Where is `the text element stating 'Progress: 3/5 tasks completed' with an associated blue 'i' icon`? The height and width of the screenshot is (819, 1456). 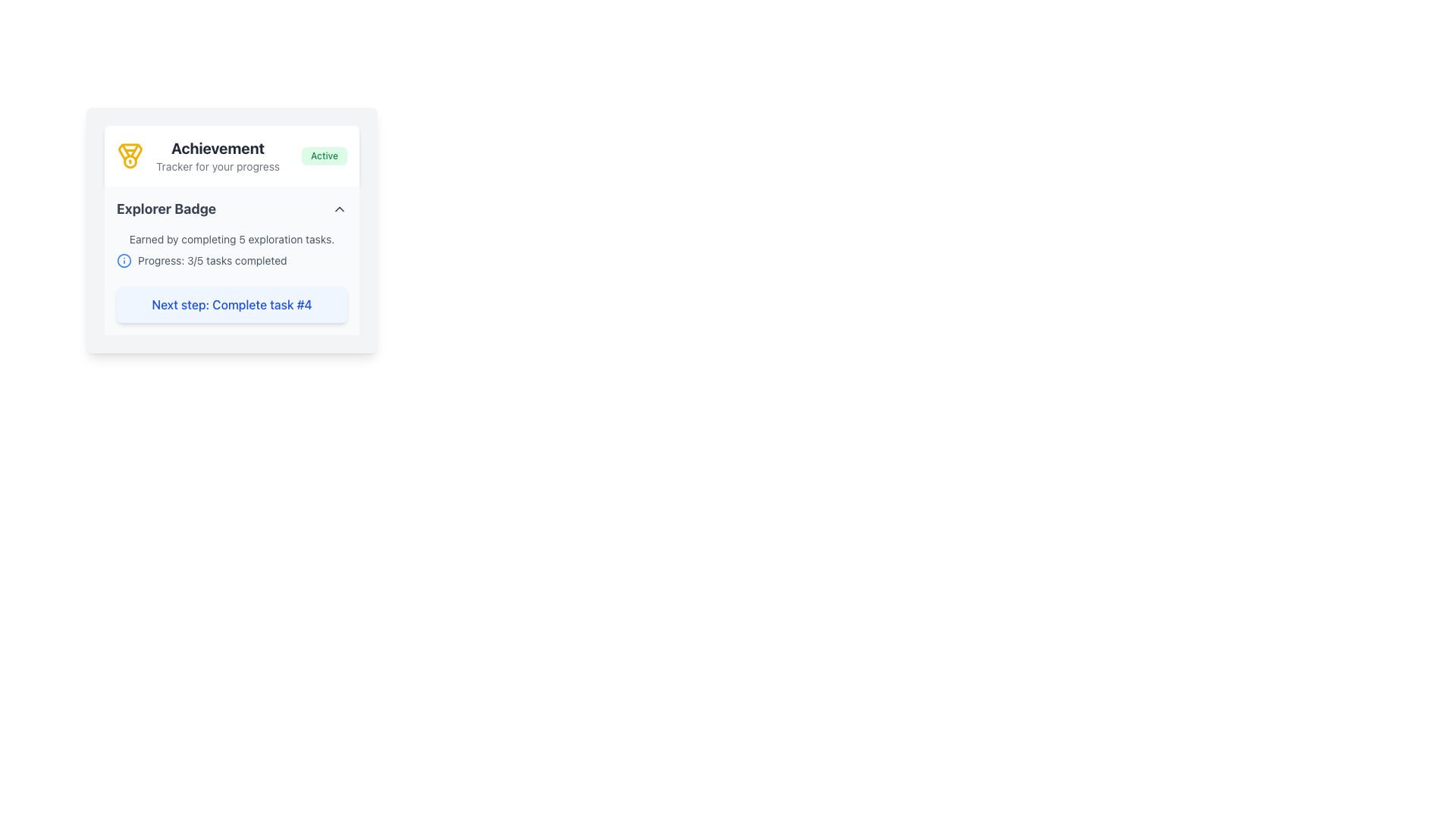
the text element stating 'Progress: 3/5 tasks completed' with an associated blue 'i' icon is located at coordinates (231, 259).